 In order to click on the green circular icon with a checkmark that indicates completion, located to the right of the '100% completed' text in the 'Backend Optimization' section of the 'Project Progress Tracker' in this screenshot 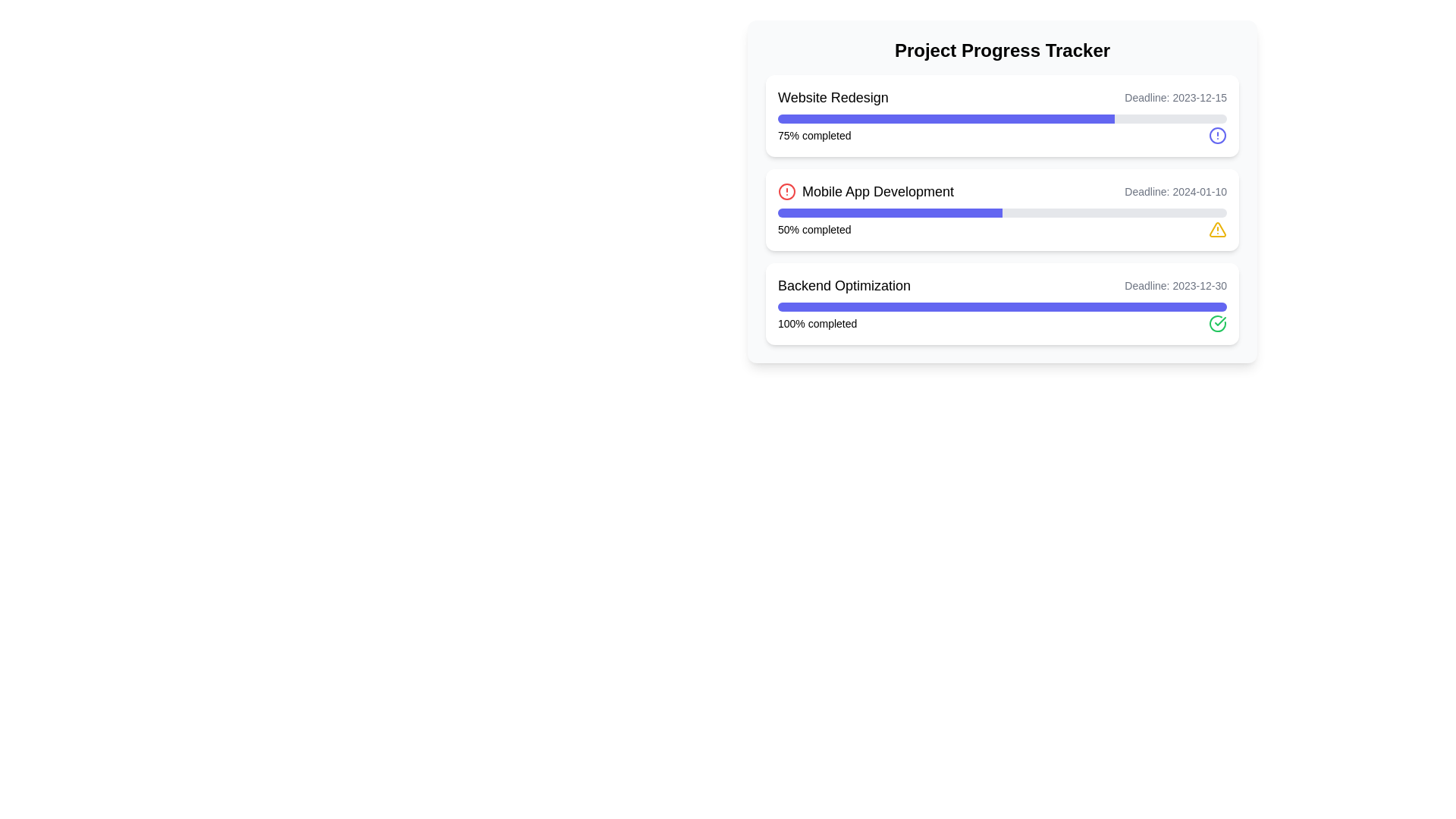, I will do `click(1218, 323)`.